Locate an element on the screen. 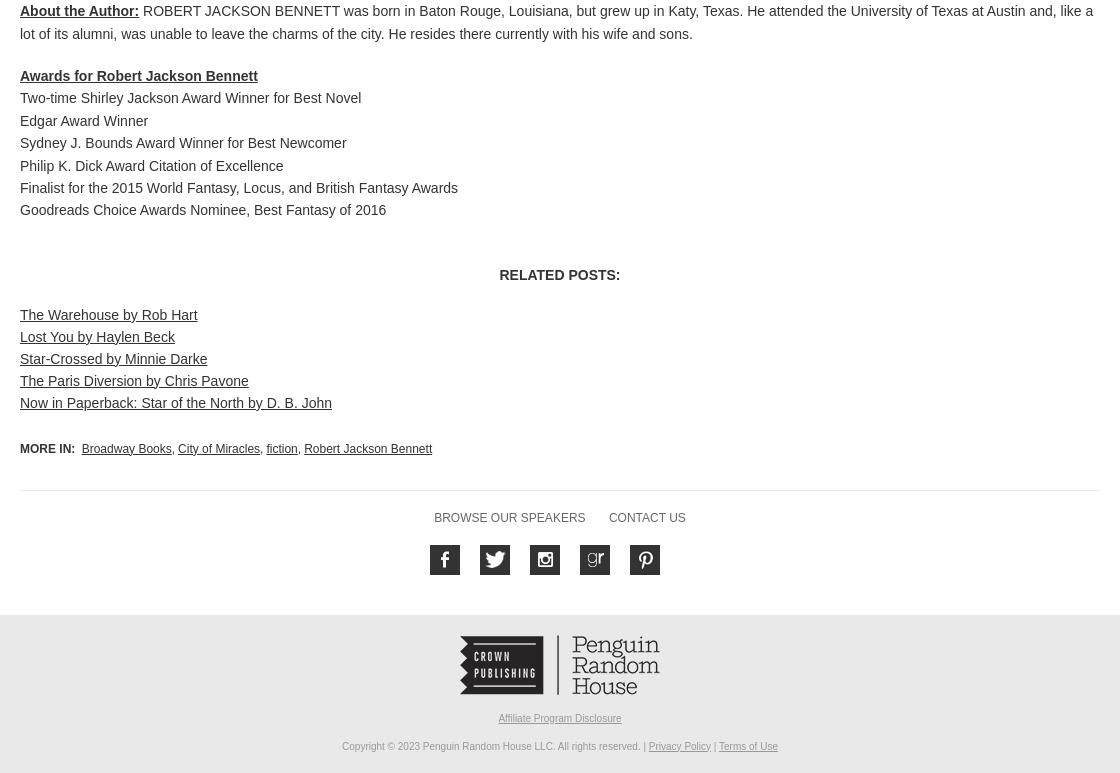 The image size is (1120, 773). 'Broadway Books' is located at coordinates (126, 448).